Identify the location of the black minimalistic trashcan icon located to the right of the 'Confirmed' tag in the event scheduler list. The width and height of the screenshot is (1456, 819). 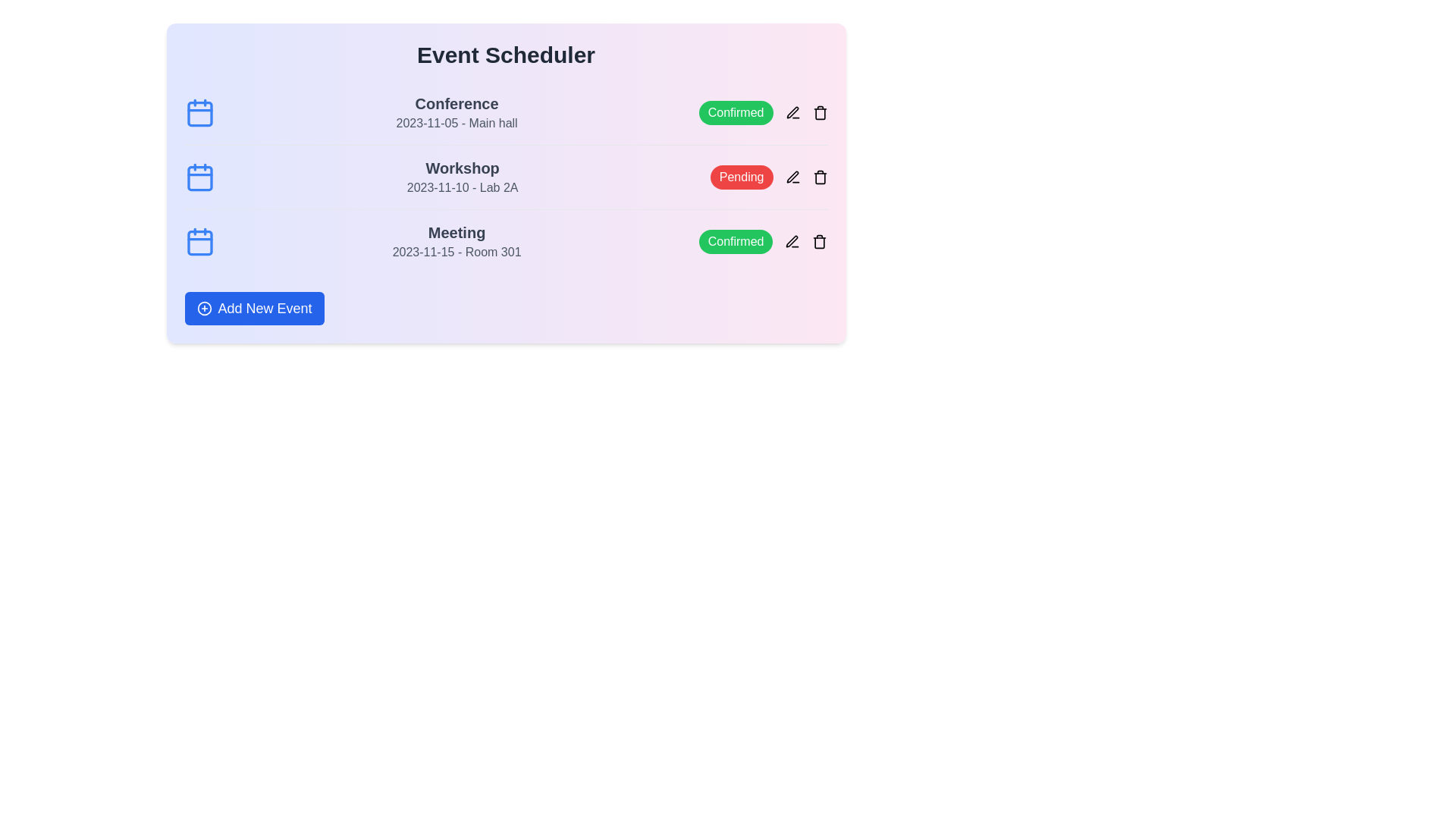
(819, 112).